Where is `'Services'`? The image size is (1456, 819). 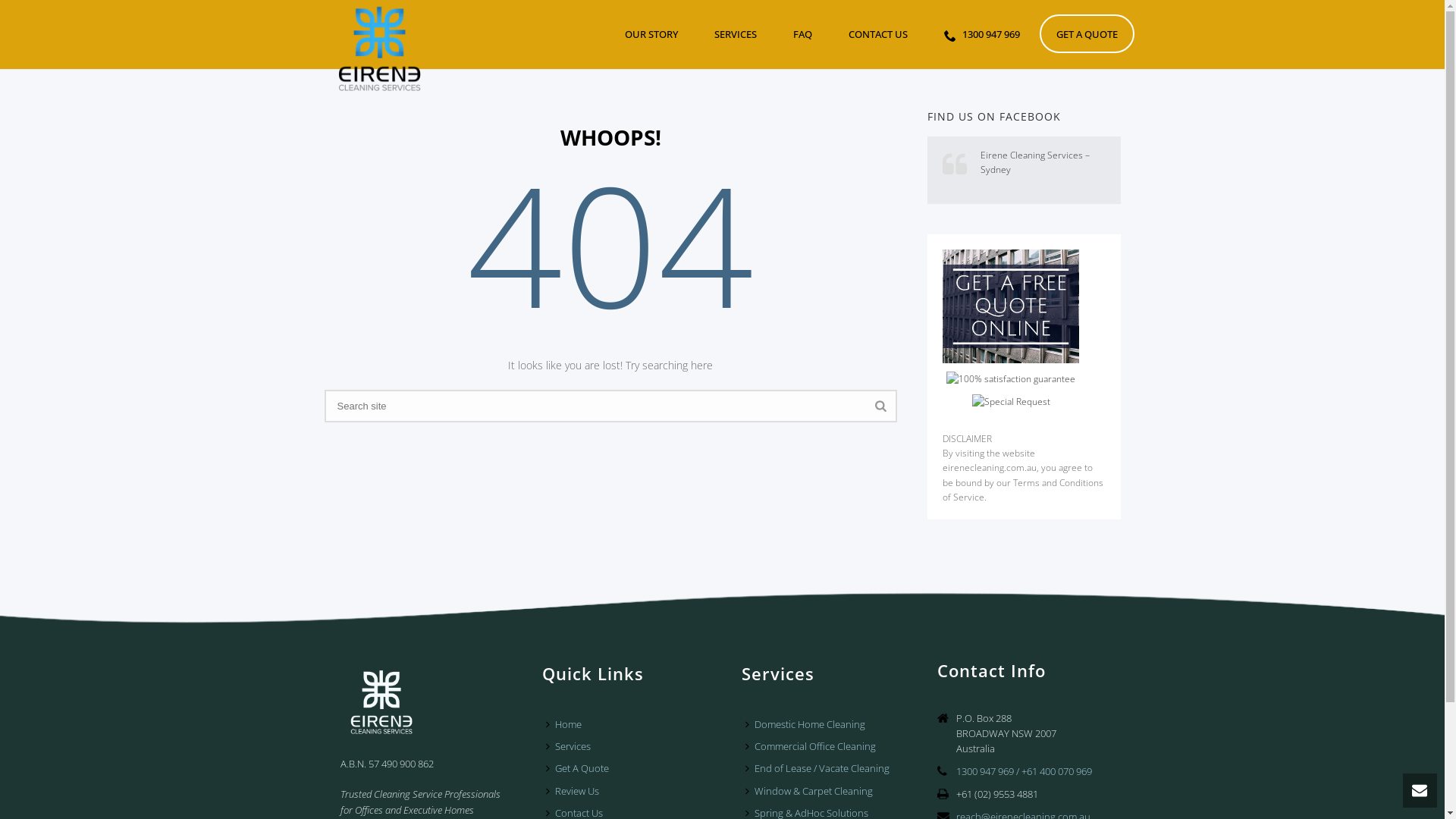 'Services' is located at coordinates (571, 745).